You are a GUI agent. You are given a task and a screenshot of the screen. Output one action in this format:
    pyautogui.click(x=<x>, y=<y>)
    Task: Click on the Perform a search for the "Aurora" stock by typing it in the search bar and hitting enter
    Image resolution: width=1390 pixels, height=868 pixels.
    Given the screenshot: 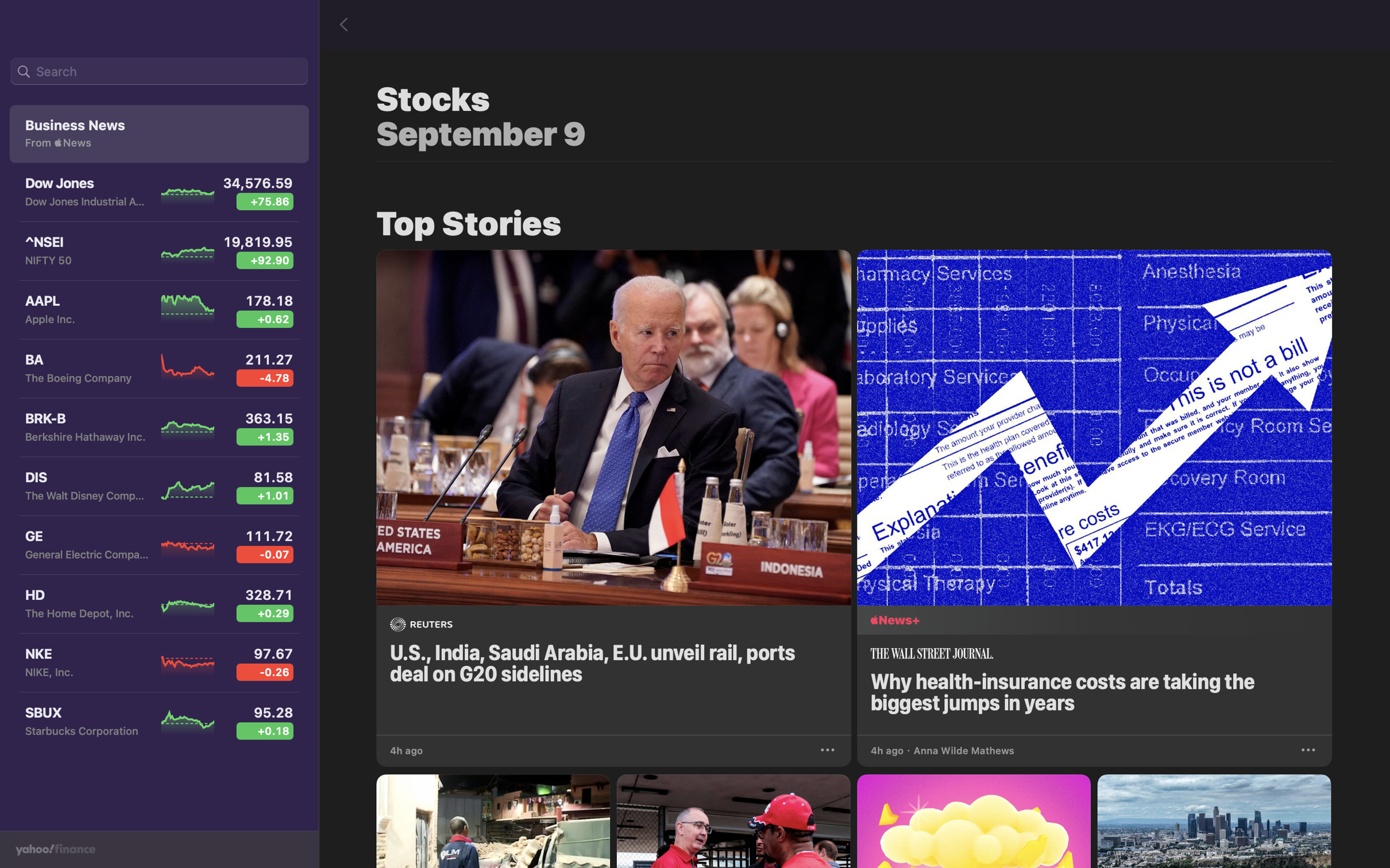 What is the action you would take?
    pyautogui.click(x=159, y=72)
    